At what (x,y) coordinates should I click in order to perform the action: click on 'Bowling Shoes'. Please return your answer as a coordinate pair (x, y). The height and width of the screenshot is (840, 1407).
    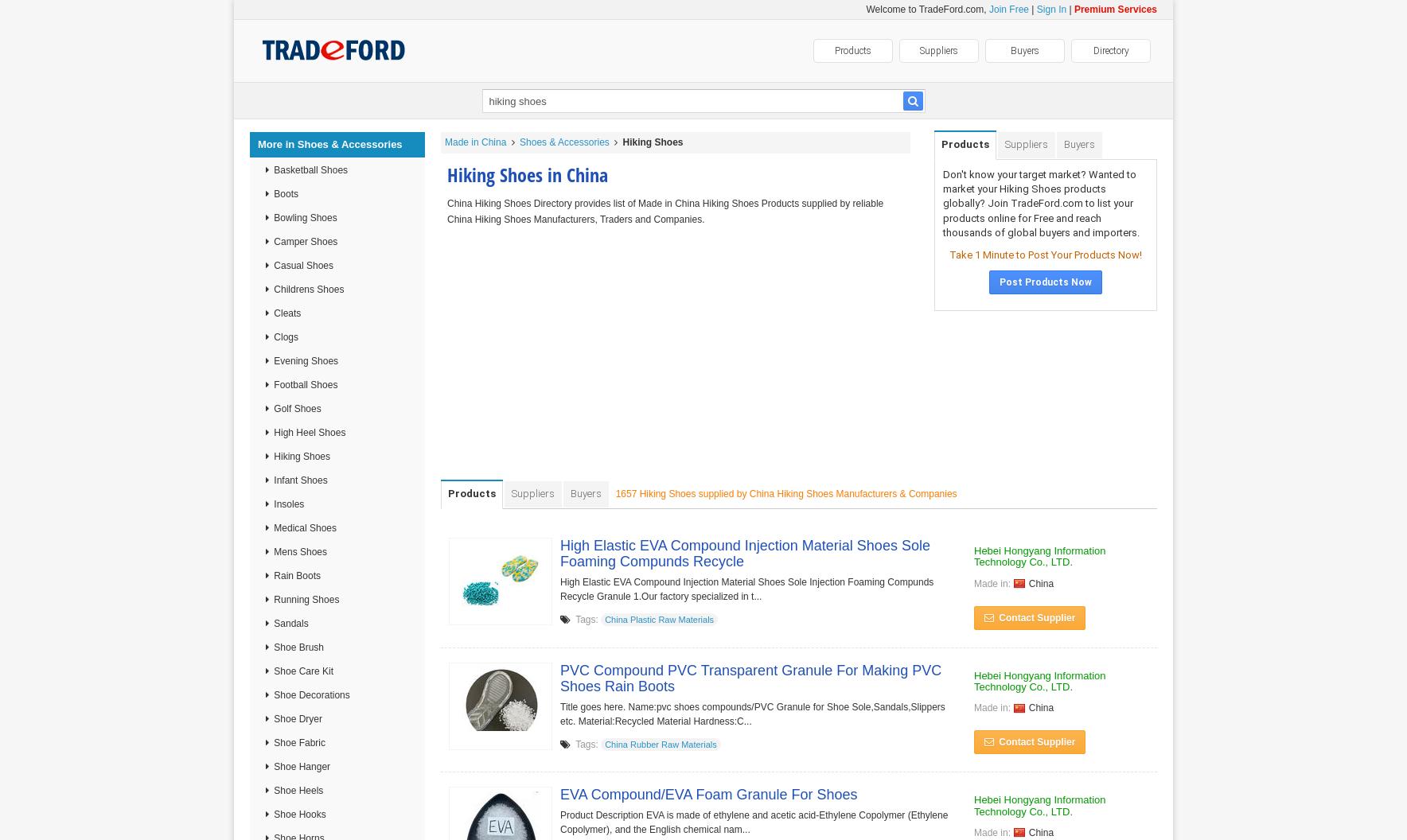
    Looking at the image, I should click on (304, 218).